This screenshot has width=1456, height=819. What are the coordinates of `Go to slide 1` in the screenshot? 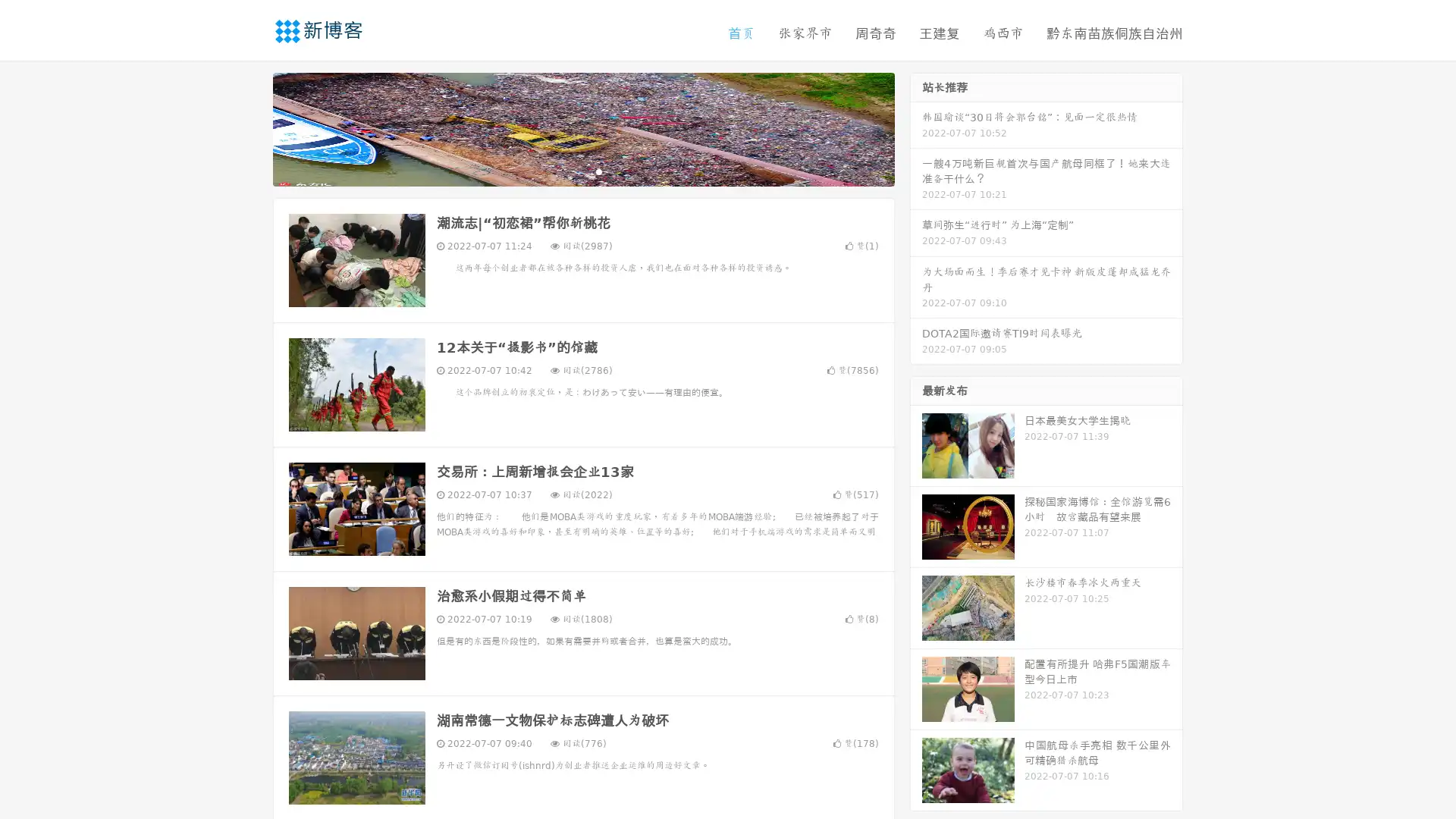 It's located at (567, 171).